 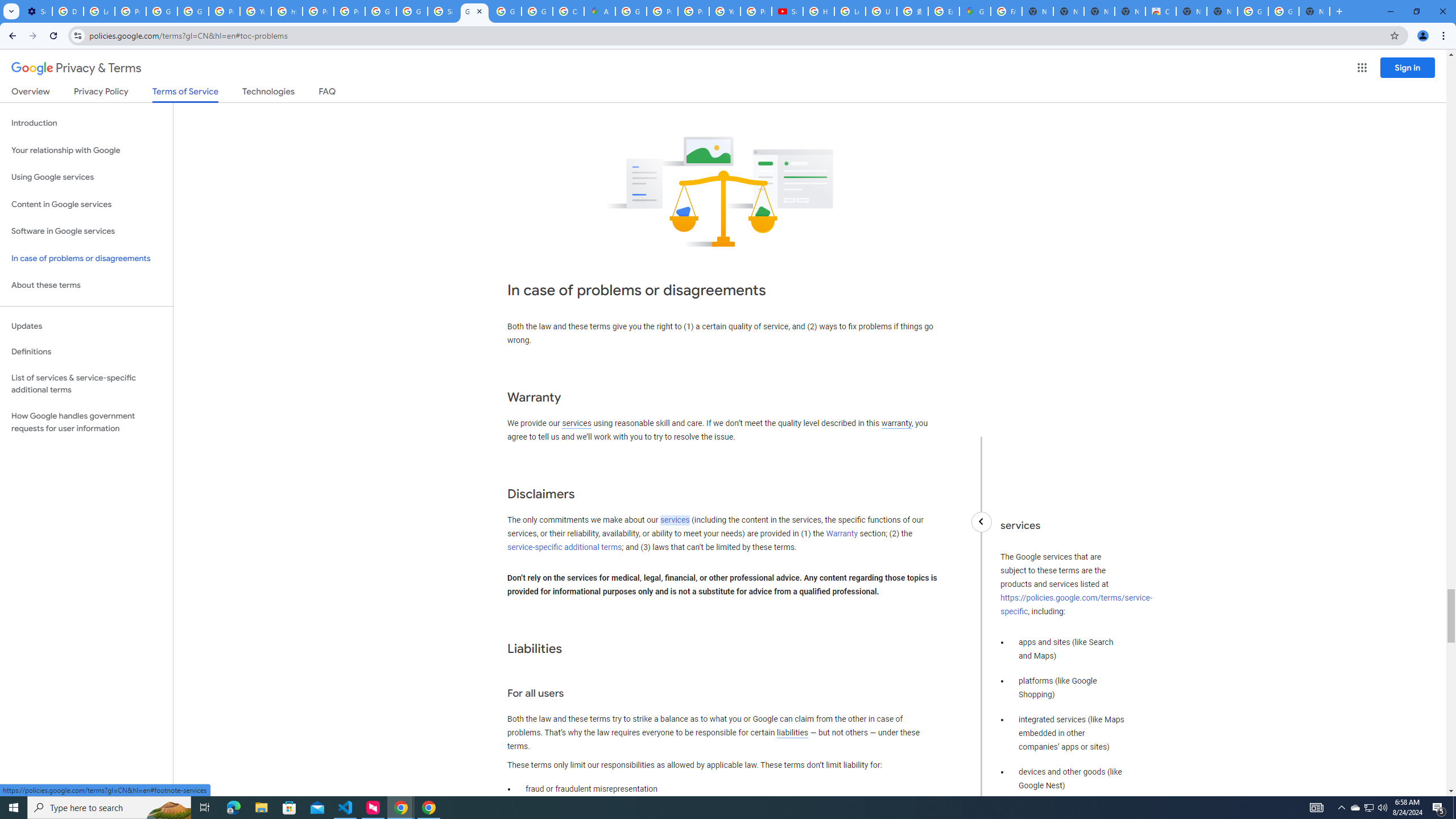 What do you see at coordinates (86, 422) in the screenshot?
I see `'How Google handles government requests for user information'` at bounding box center [86, 422].